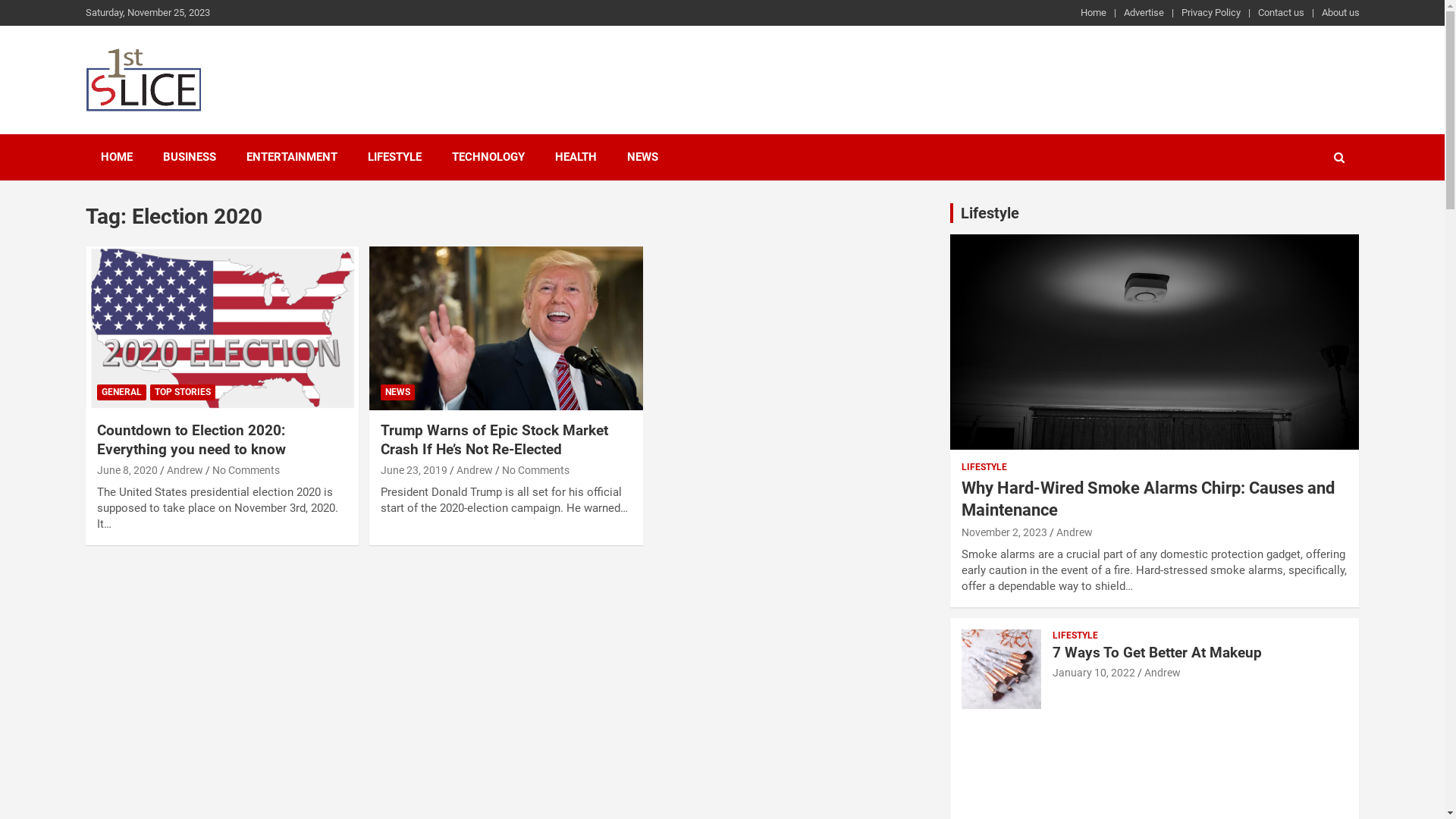 This screenshot has width=1456, height=819. Describe the element at coordinates (535, 469) in the screenshot. I see `'No Comments'` at that location.